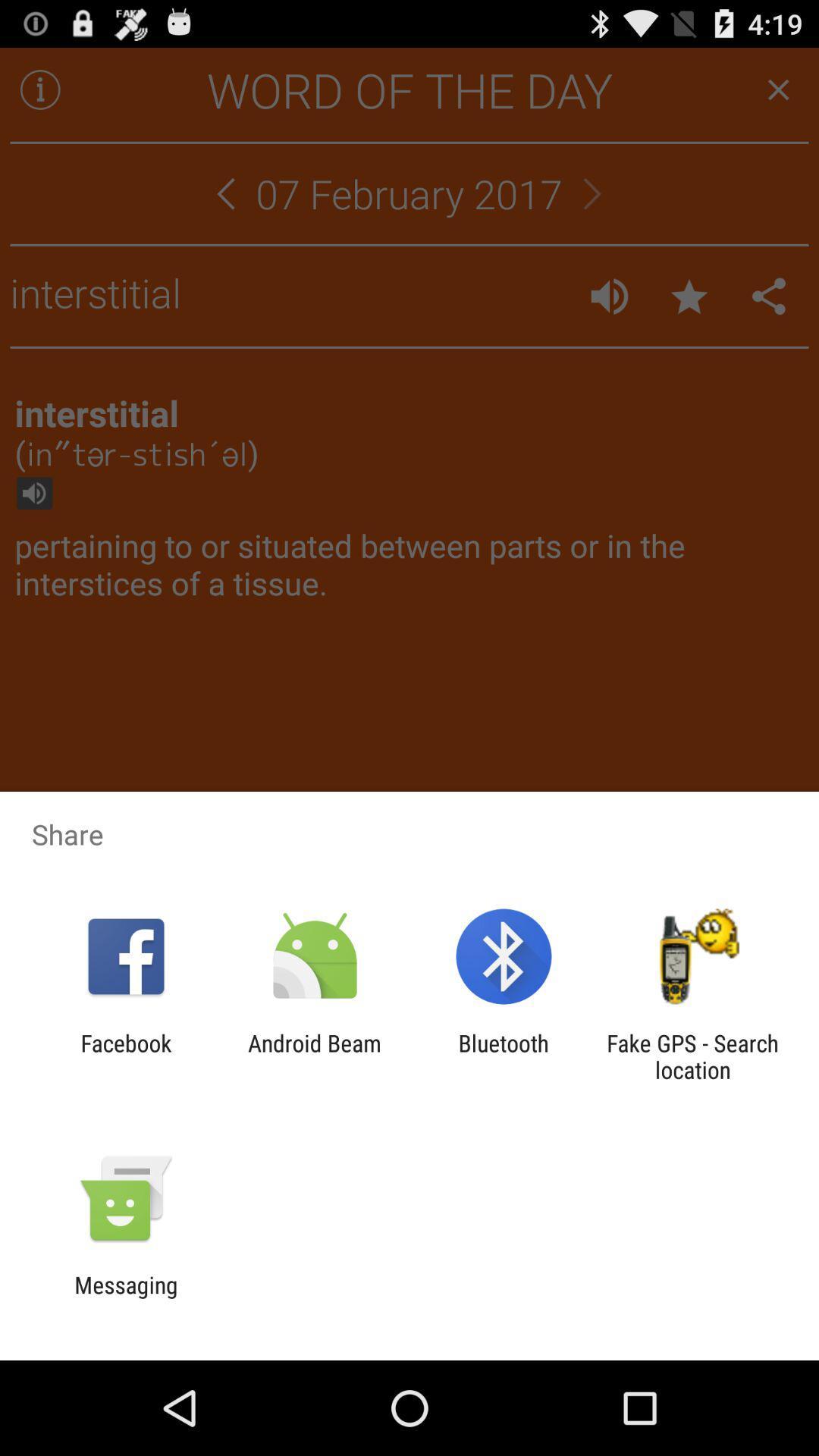 The height and width of the screenshot is (1456, 819). Describe the element at coordinates (125, 1298) in the screenshot. I see `the messaging` at that location.